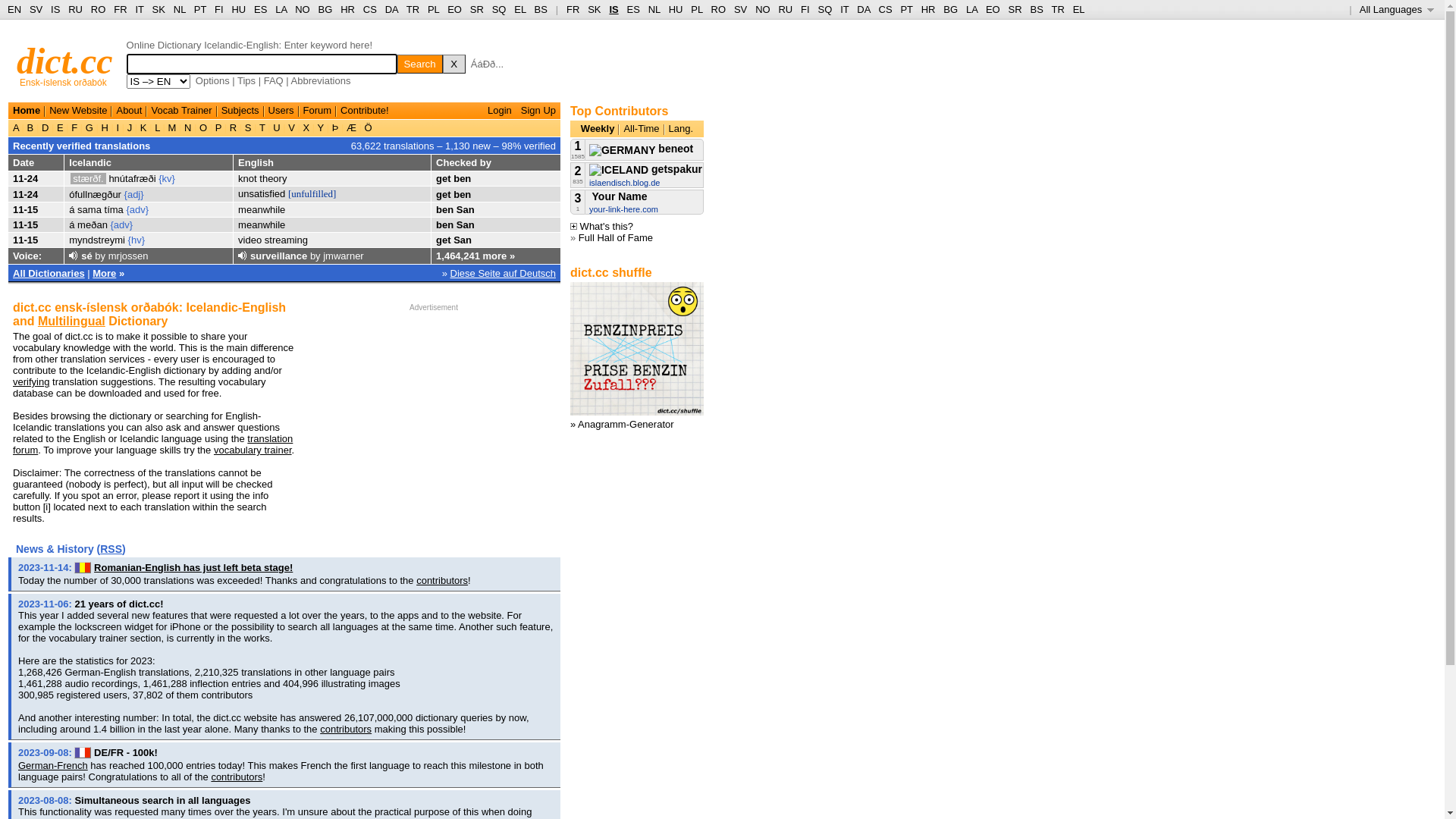 The image size is (1456, 819). I want to click on 'Weekly', so click(597, 127).